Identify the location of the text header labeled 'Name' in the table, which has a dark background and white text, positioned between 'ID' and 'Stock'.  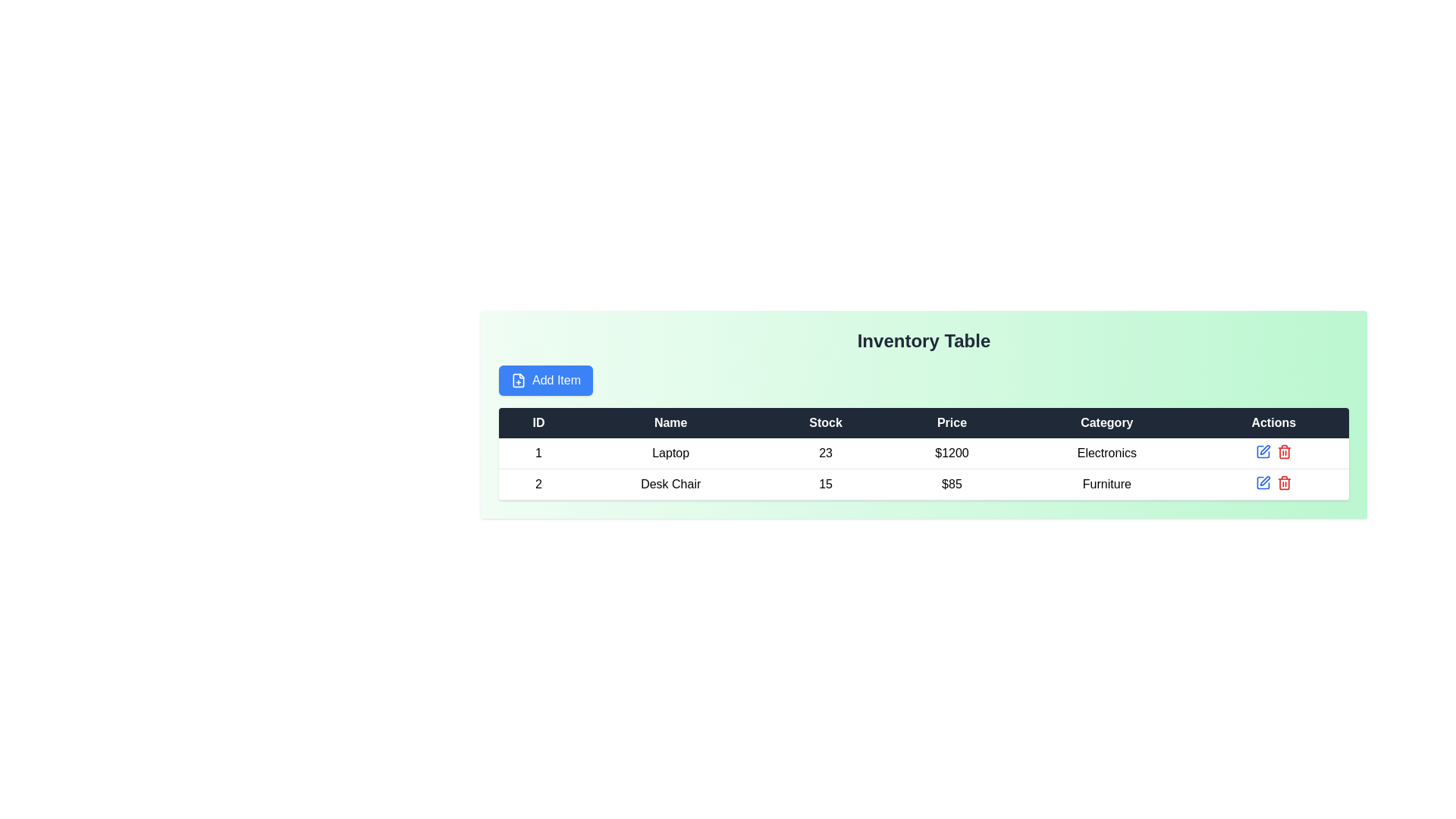
(670, 423).